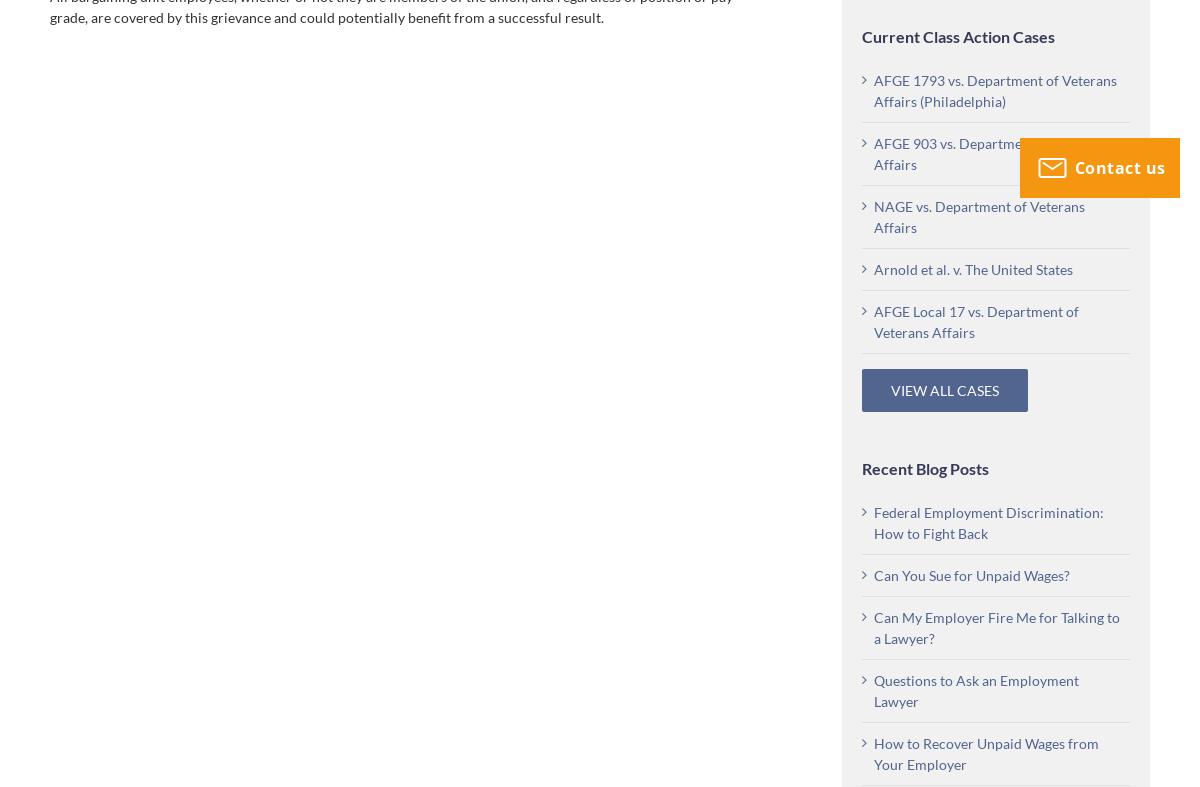  Describe the element at coordinates (860, 34) in the screenshot. I see `'Current Class Action Cases'` at that location.